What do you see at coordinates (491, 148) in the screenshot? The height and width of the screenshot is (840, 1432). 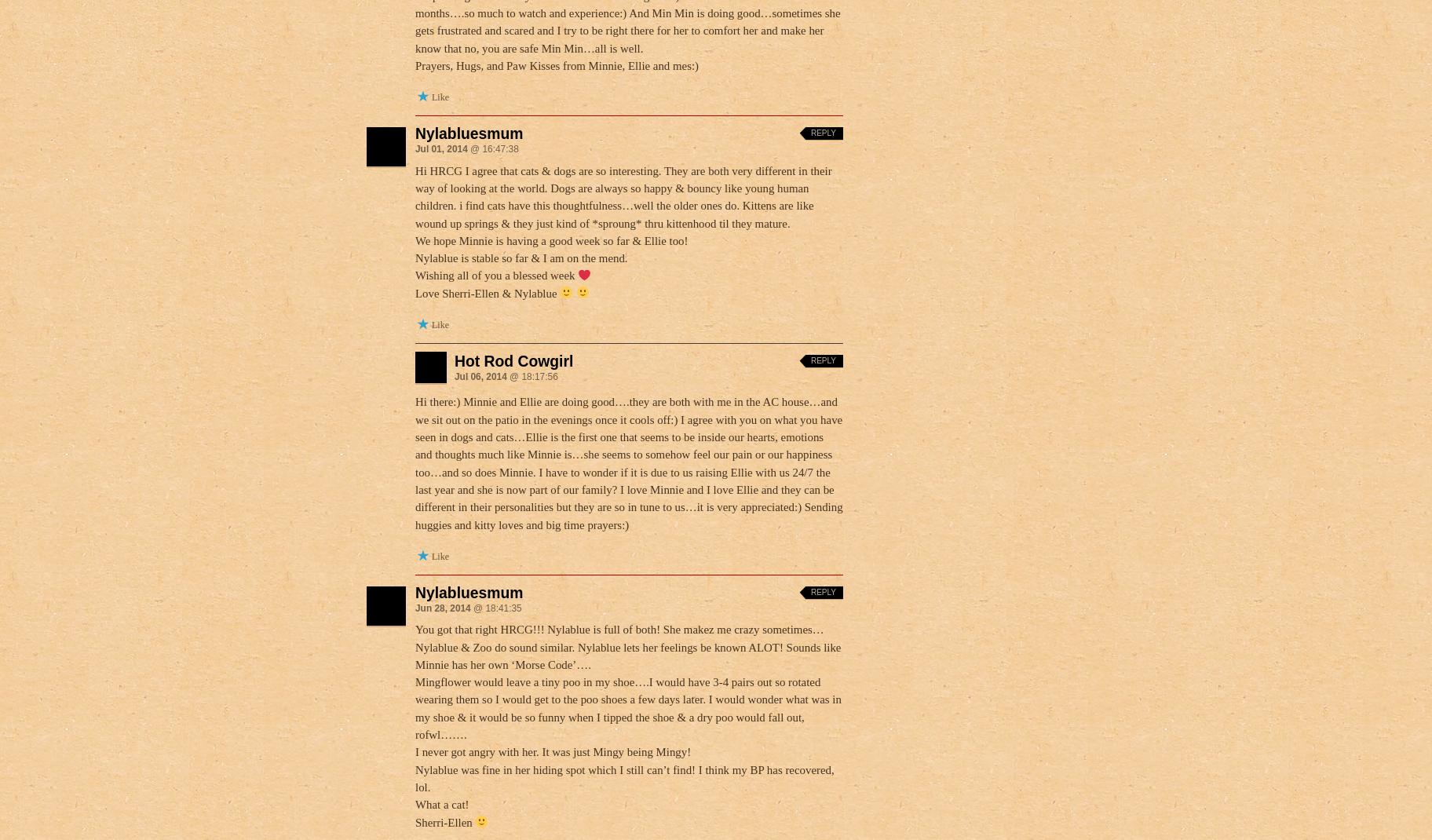 I see `'@ 16:47:38'` at bounding box center [491, 148].